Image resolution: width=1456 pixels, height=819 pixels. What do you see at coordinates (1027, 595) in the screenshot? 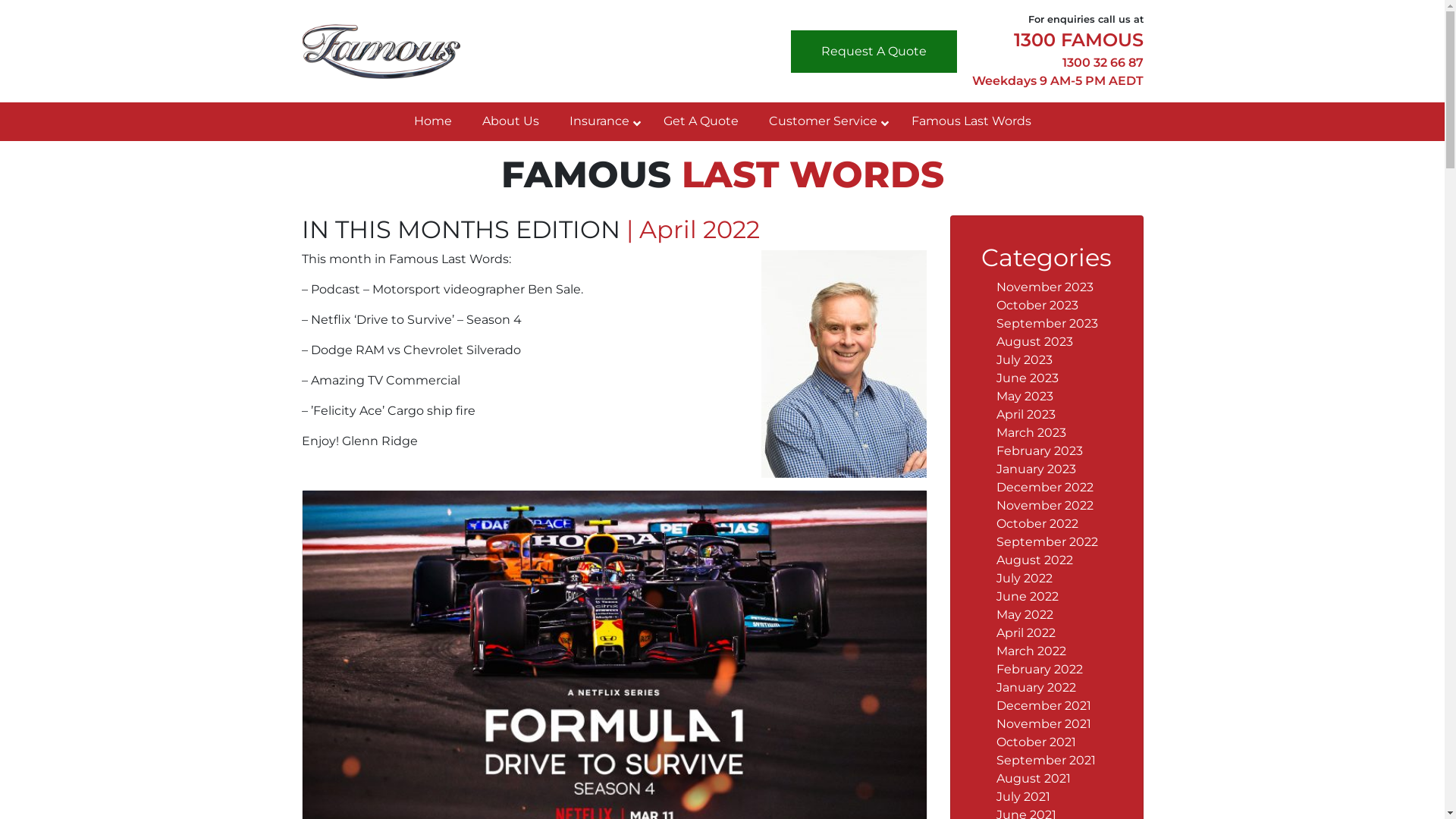
I see `'June 2022'` at bounding box center [1027, 595].